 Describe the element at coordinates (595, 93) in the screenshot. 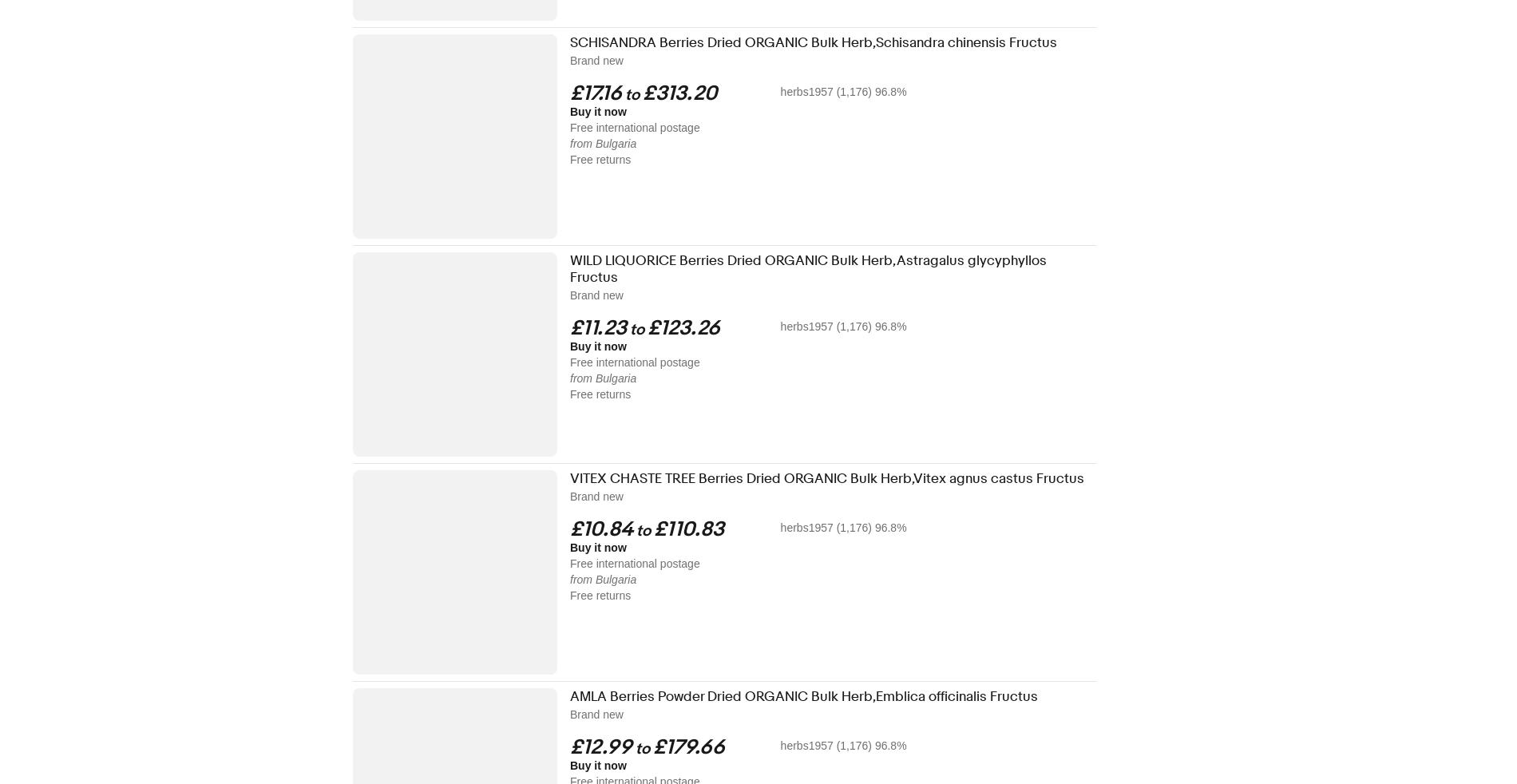

I see `'£17.16'` at that location.